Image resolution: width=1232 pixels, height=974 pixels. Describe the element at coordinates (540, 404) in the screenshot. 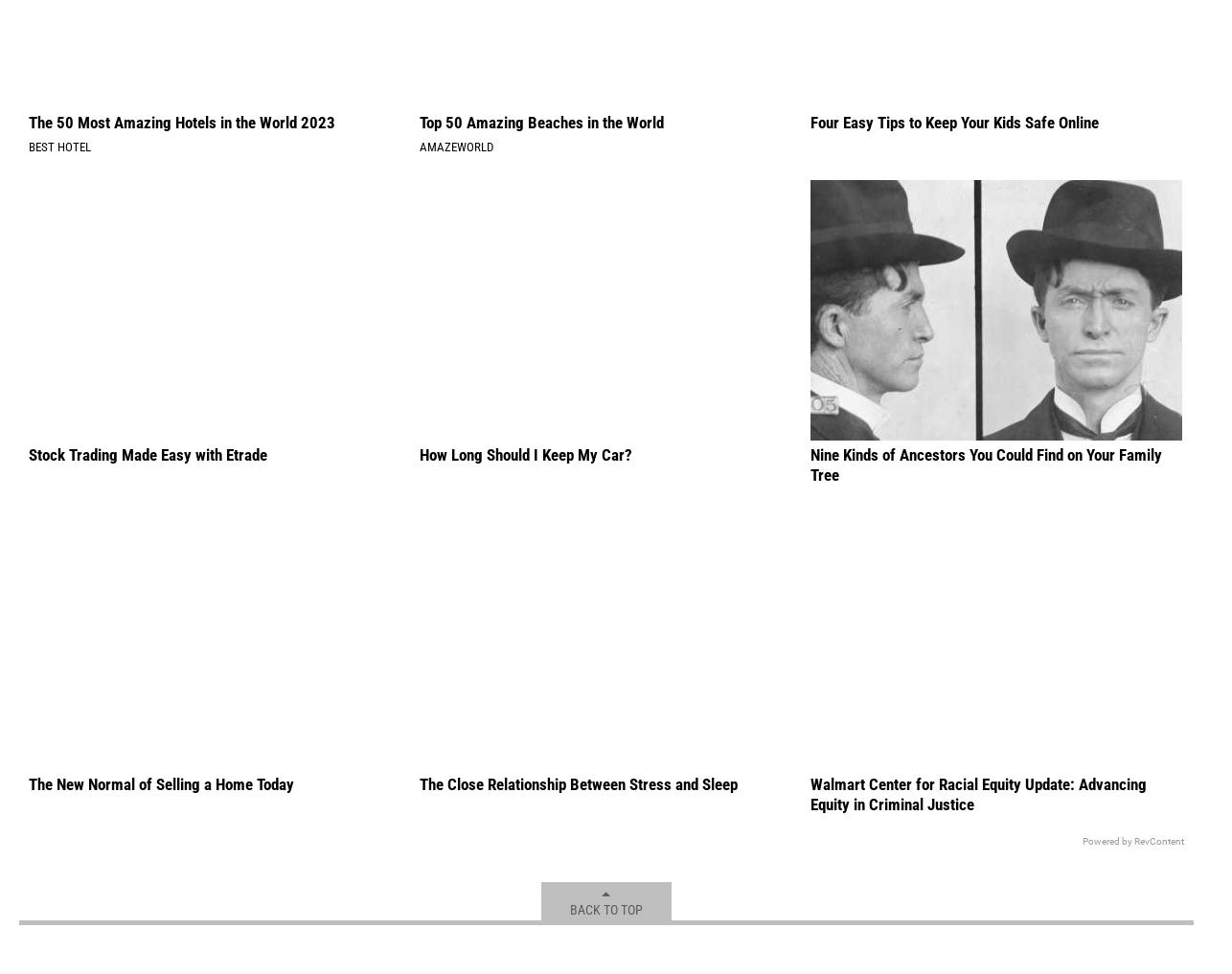

I see `'Top 50 Amazing Beaches in the World'` at that location.